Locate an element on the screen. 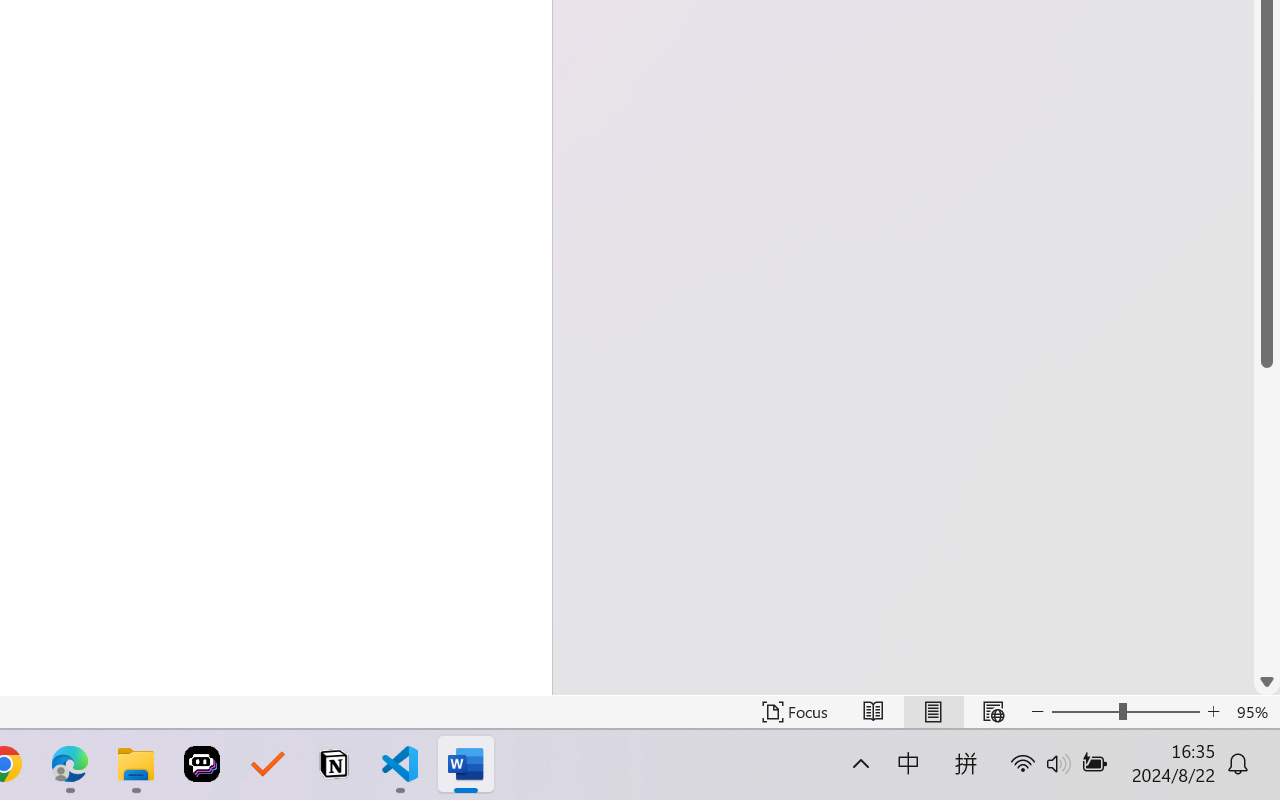 This screenshot has height=800, width=1280. 'Line down' is located at coordinates (1266, 682).